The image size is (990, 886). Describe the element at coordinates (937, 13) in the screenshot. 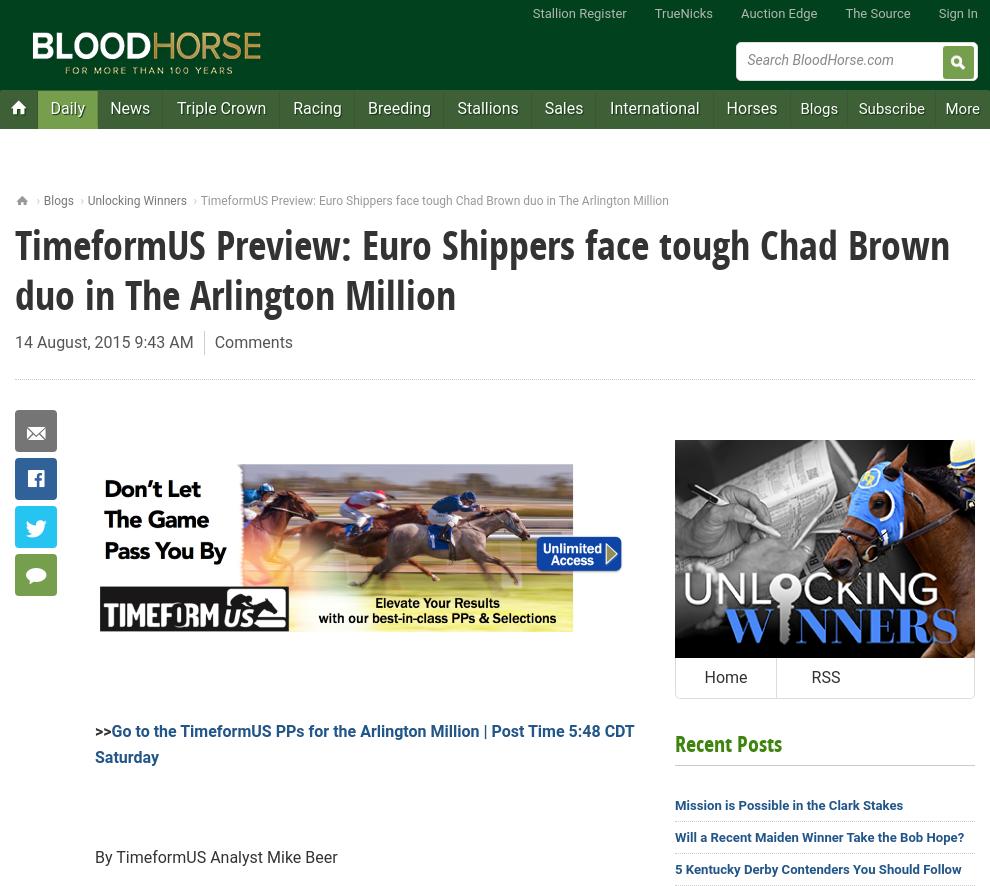

I see `'Sign In'` at that location.